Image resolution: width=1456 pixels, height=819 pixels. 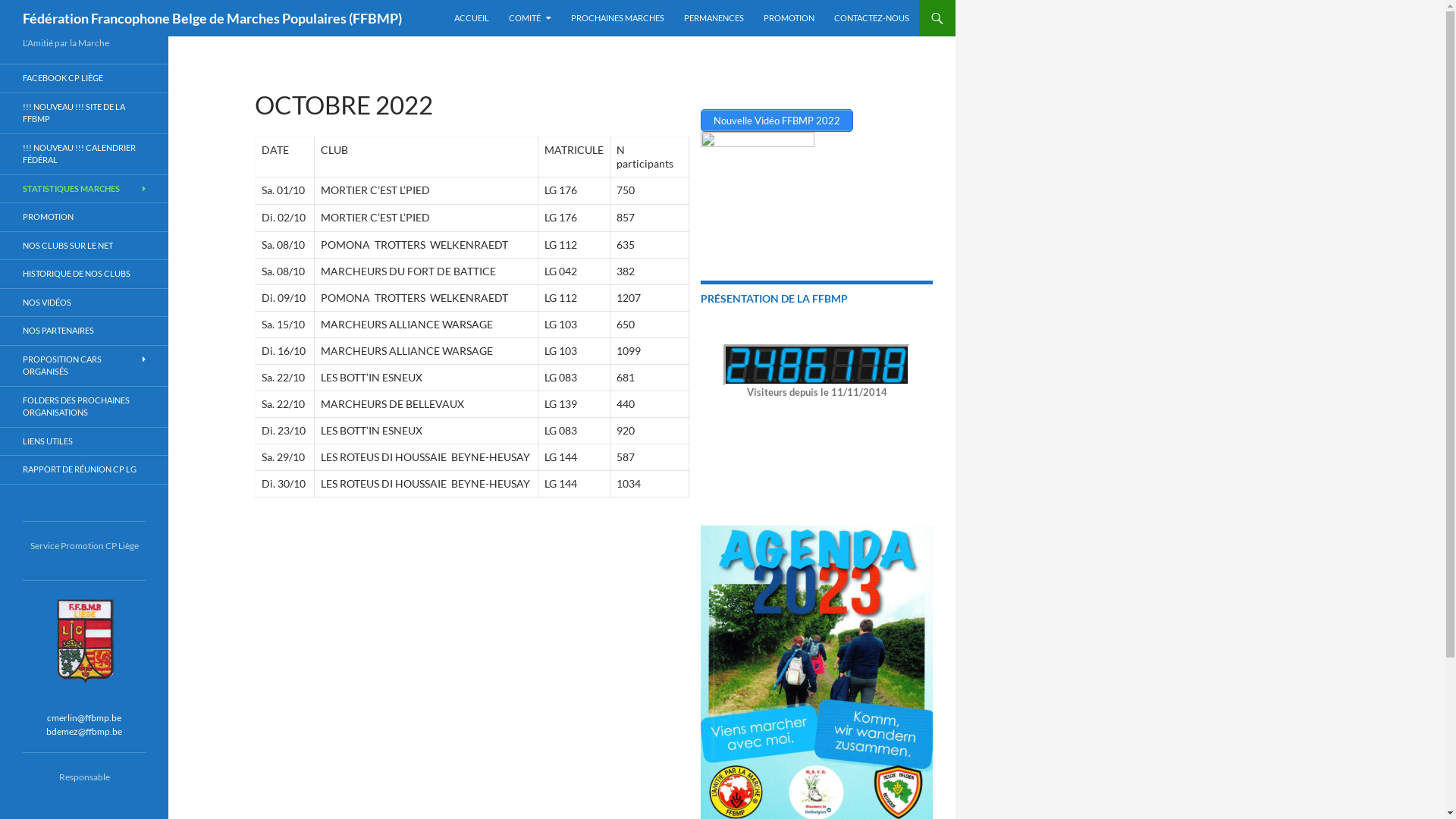 What do you see at coordinates (83, 717) in the screenshot?
I see `'cmerlin@ffbmp.be'` at bounding box center [83, 717].